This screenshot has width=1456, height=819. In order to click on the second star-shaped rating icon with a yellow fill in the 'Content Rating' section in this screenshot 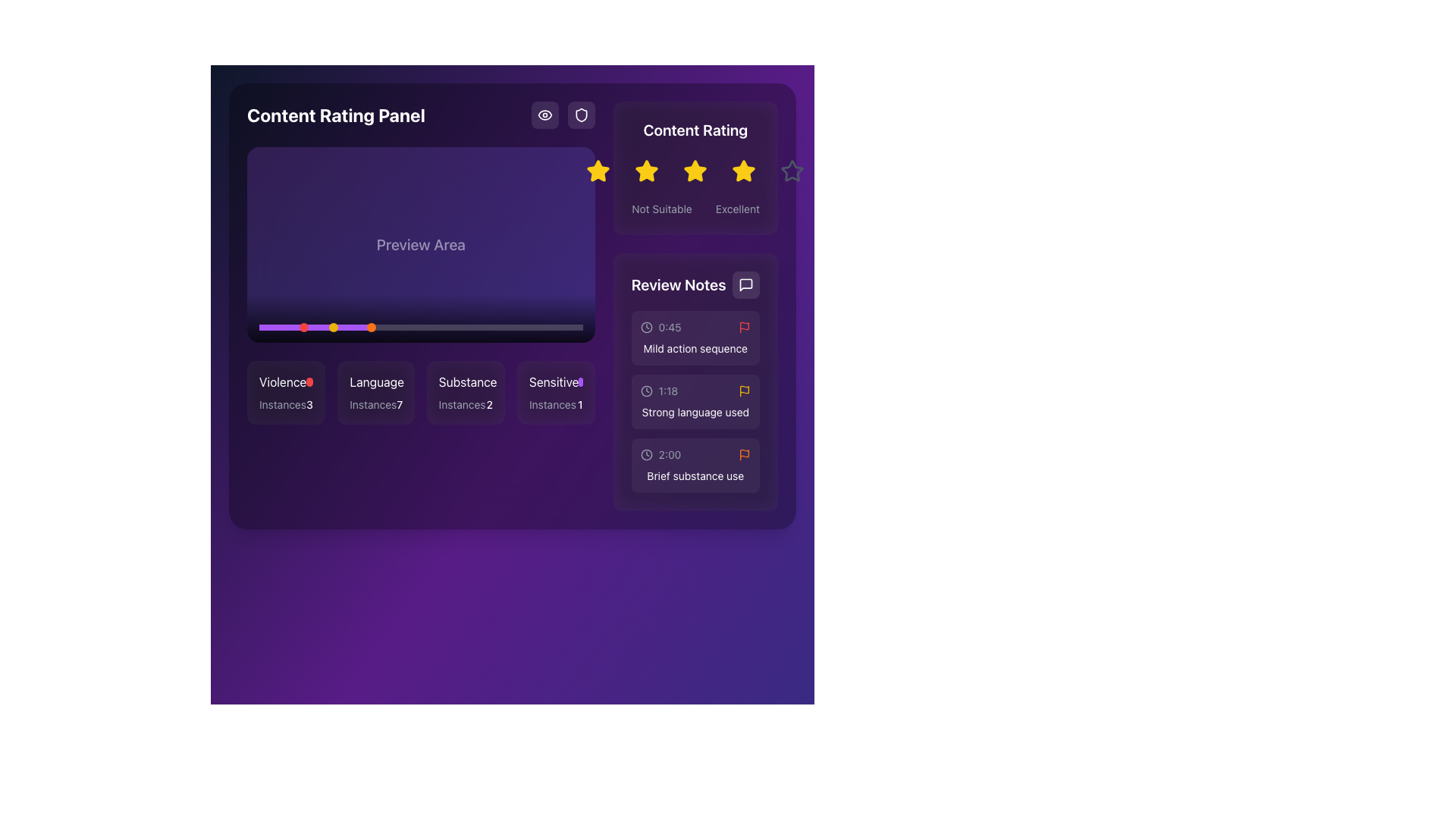, I will do `click(647, 171)`.